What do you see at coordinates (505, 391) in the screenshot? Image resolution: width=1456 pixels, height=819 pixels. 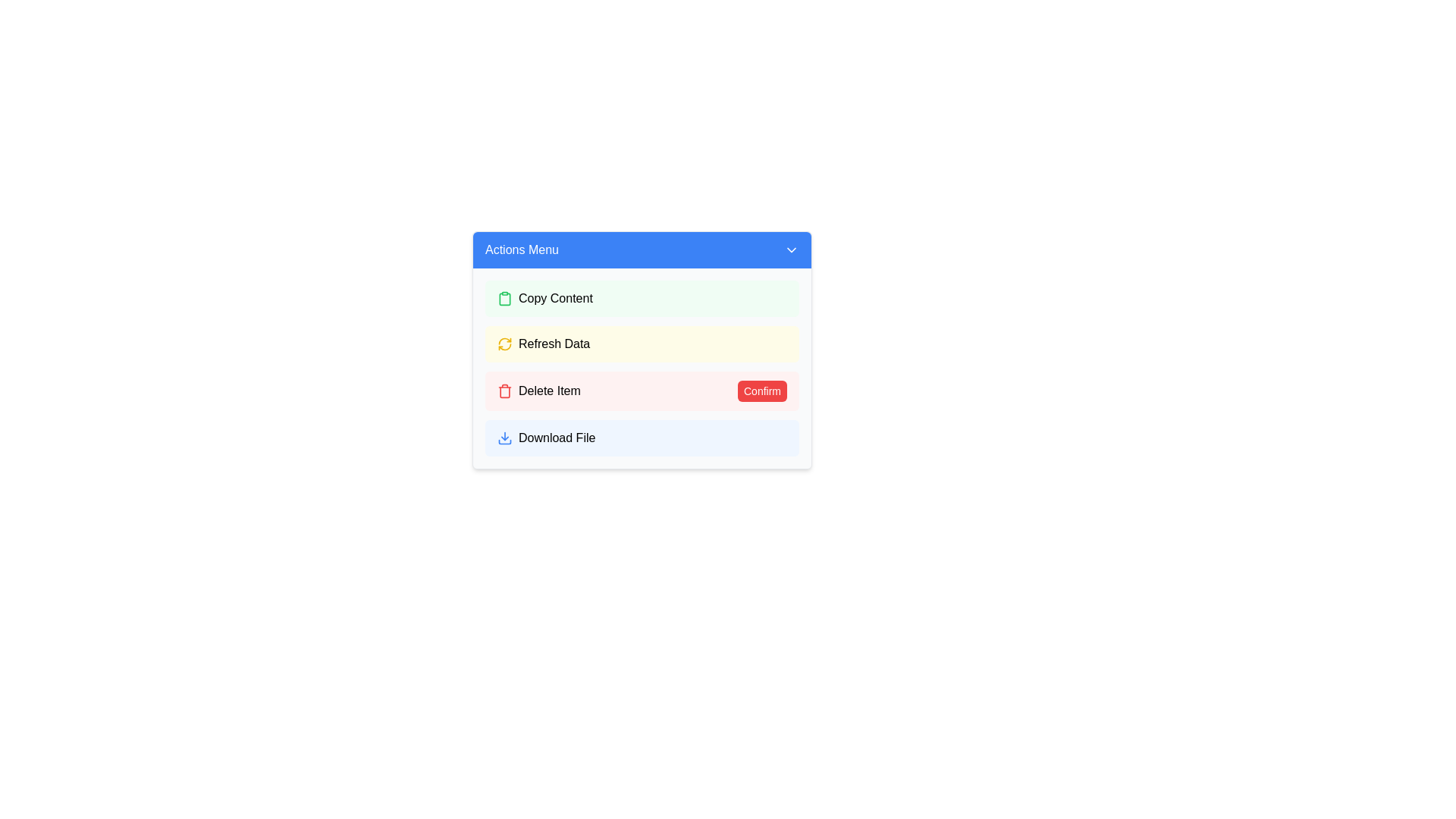 I see `the red trashcan-shaped icon located in the third row of the dropdown menu` at bounding box center [505, 391].